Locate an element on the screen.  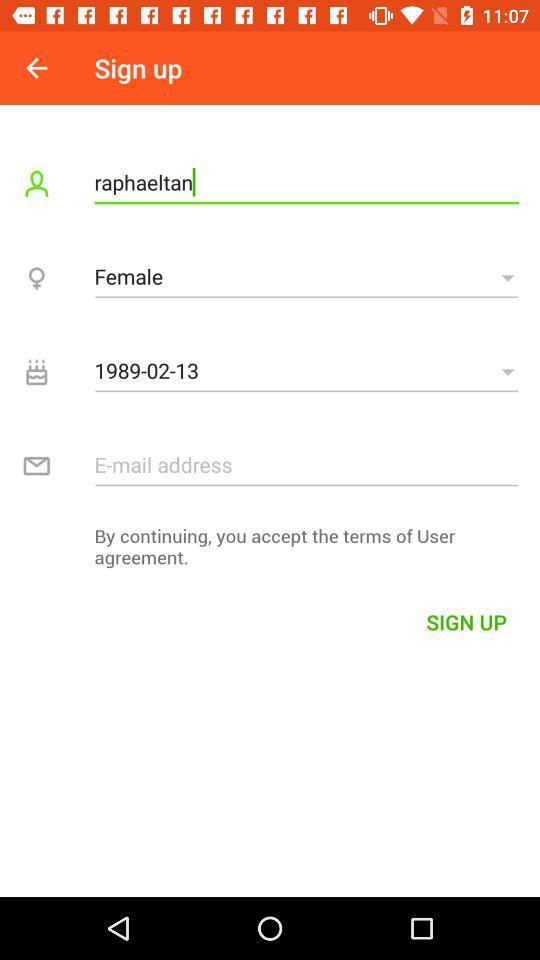
the icon above the sign up is located at coordinates (270, 551).